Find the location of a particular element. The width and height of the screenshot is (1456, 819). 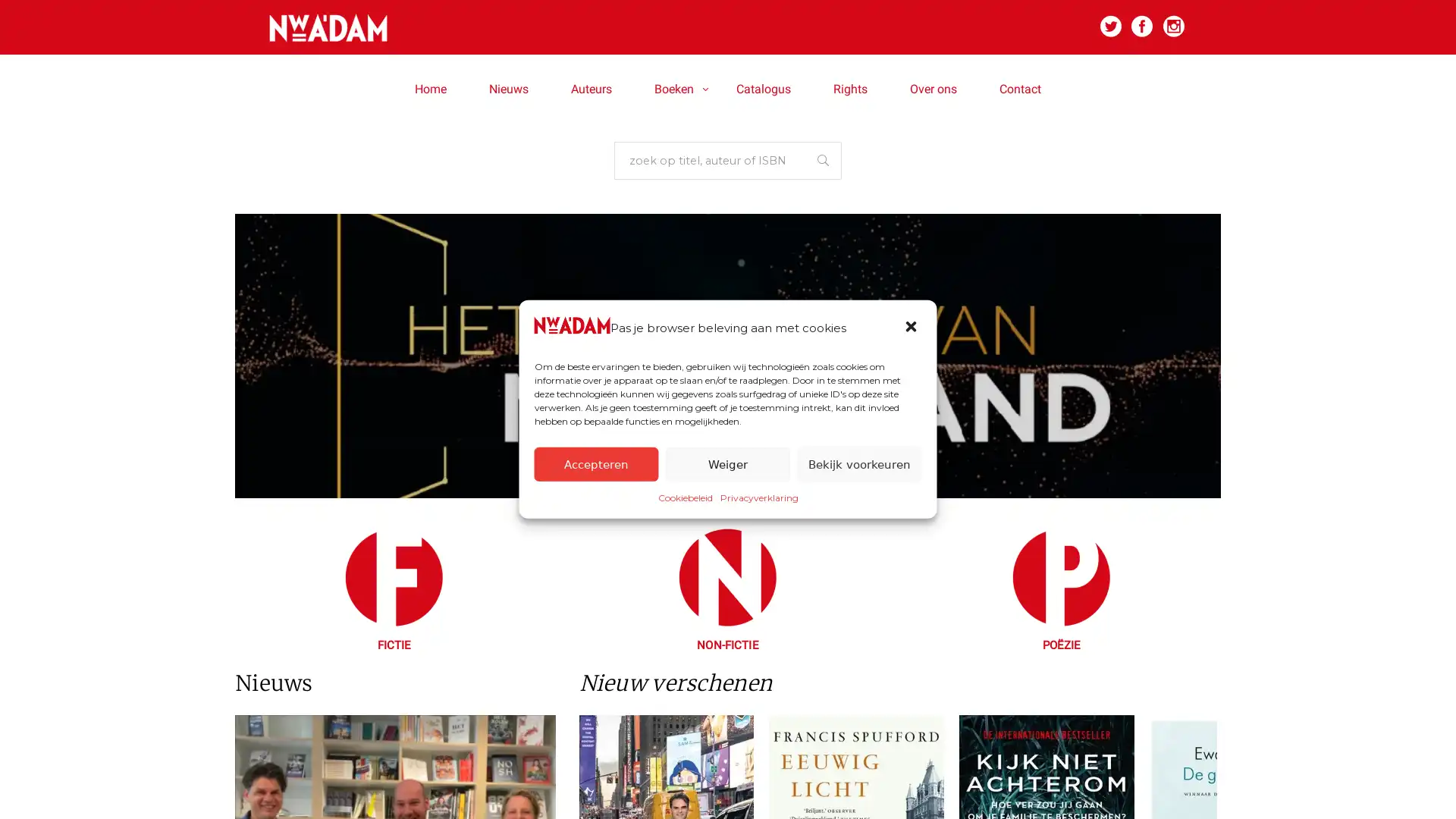

Accepteren is located at coordinates (595, 463).